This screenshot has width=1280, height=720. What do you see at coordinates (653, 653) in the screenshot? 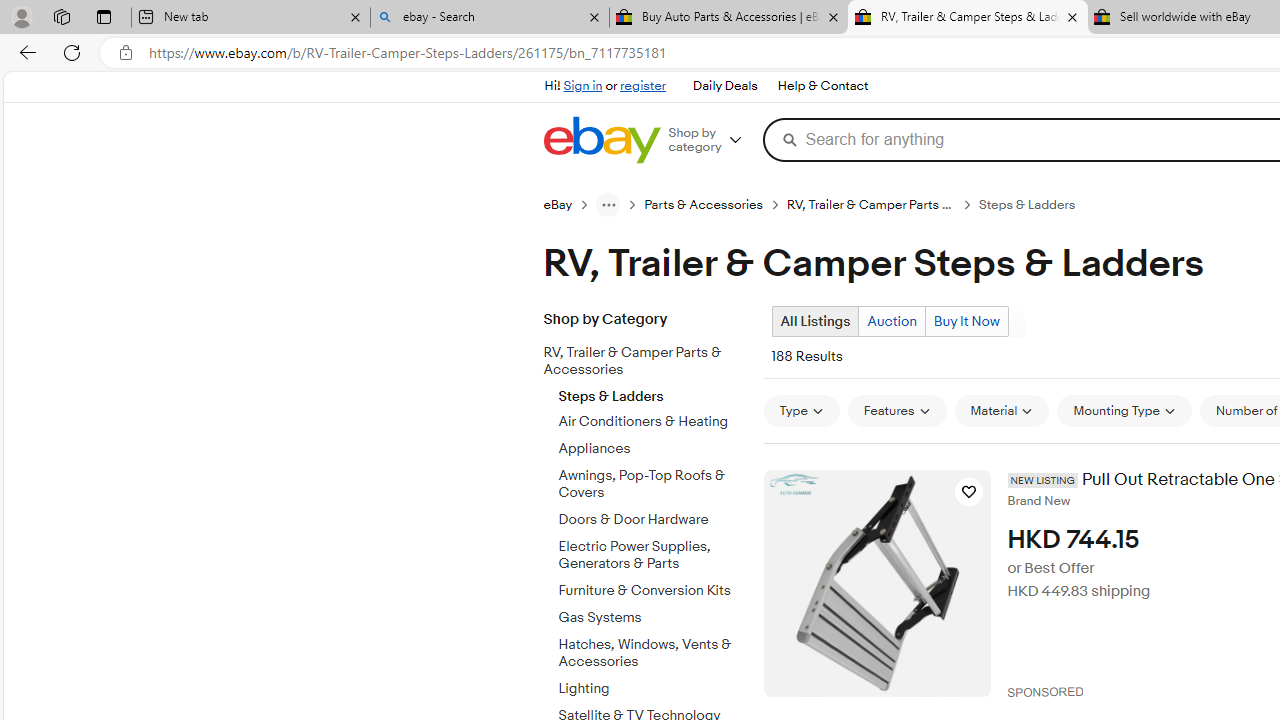
I see `'Hatches, Windows, Vents & Accessories'` at bounding box center [653, 653].